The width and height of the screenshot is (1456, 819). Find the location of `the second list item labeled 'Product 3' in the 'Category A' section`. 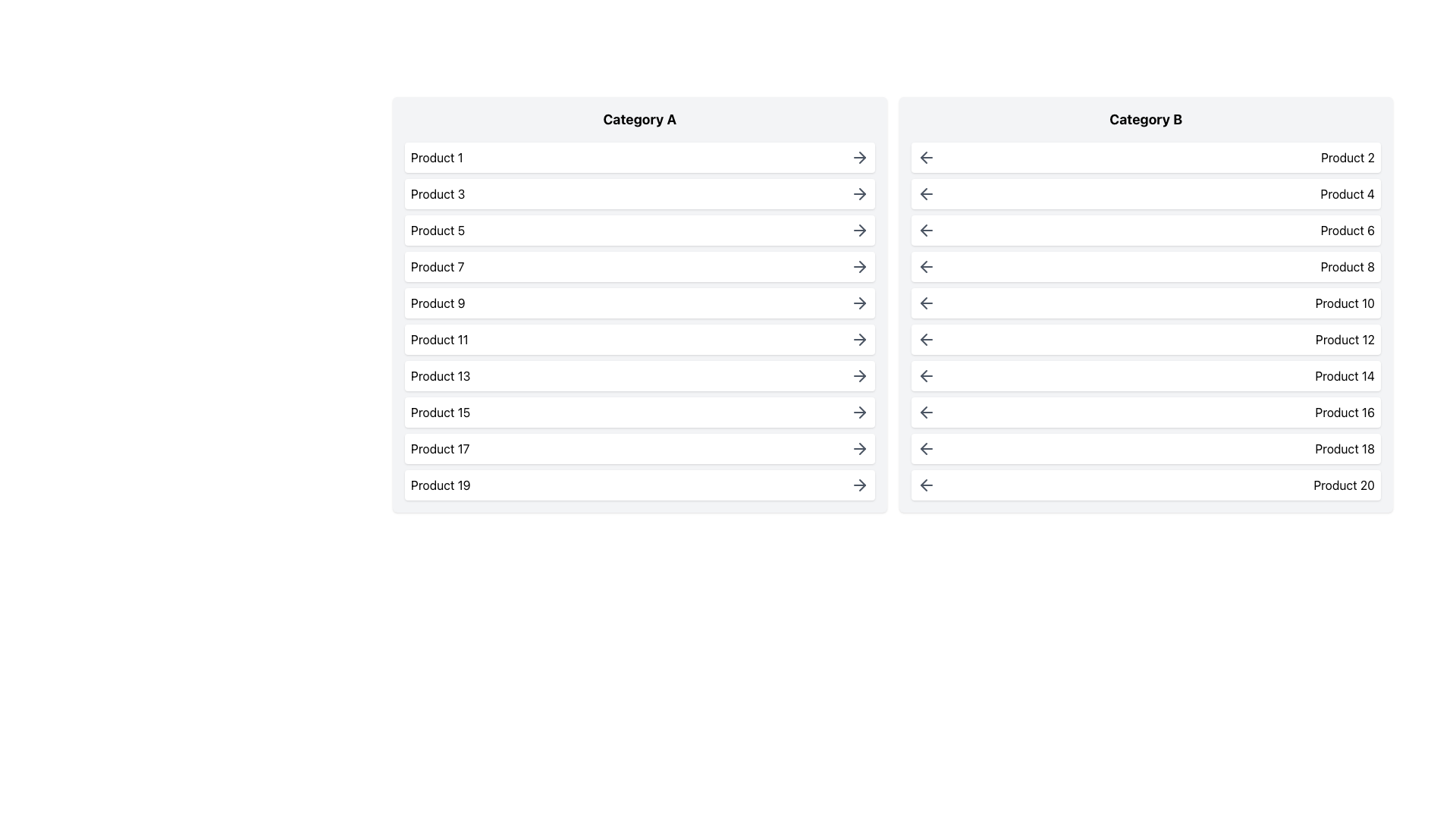

the second list item labeled 'Product 3' in the 'Category A' section is located at coordinates (639, 193).